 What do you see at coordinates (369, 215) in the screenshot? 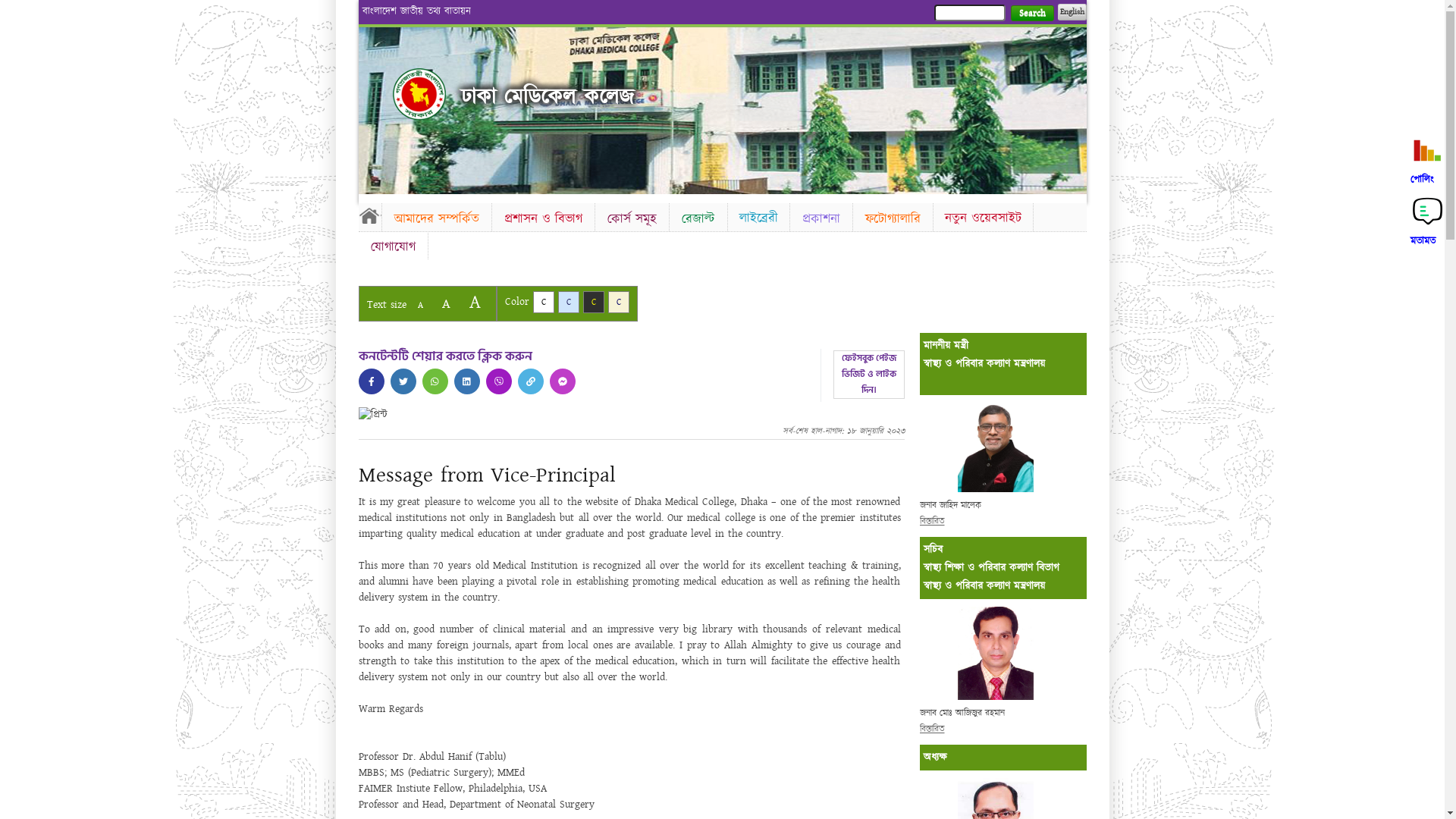
I see `'Home'` at bounding box center [369, 215].